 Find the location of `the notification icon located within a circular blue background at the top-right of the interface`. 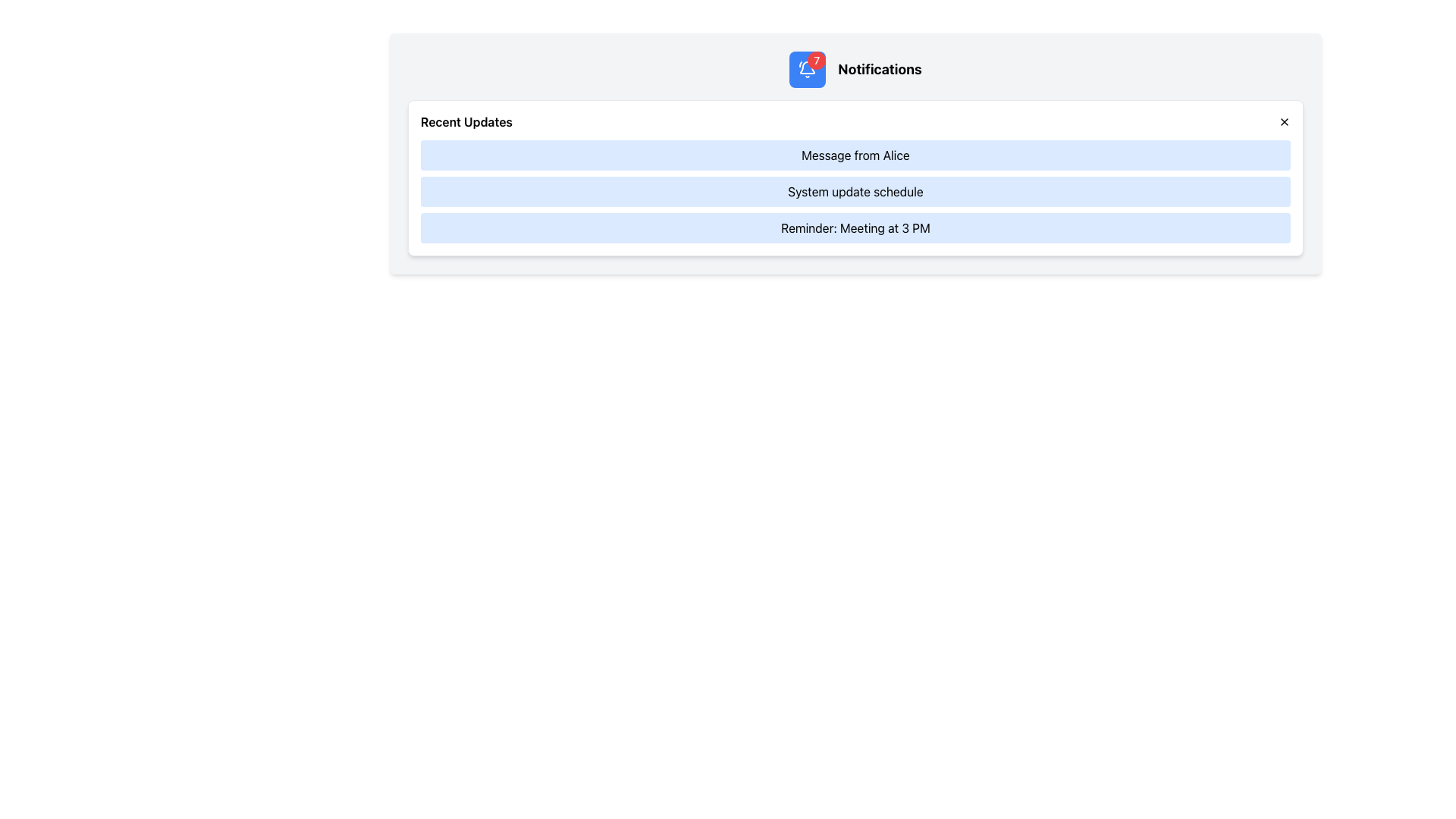

the notification icon located within a circular blue background at the top-right of the interface is located at coordinates (807, 70).